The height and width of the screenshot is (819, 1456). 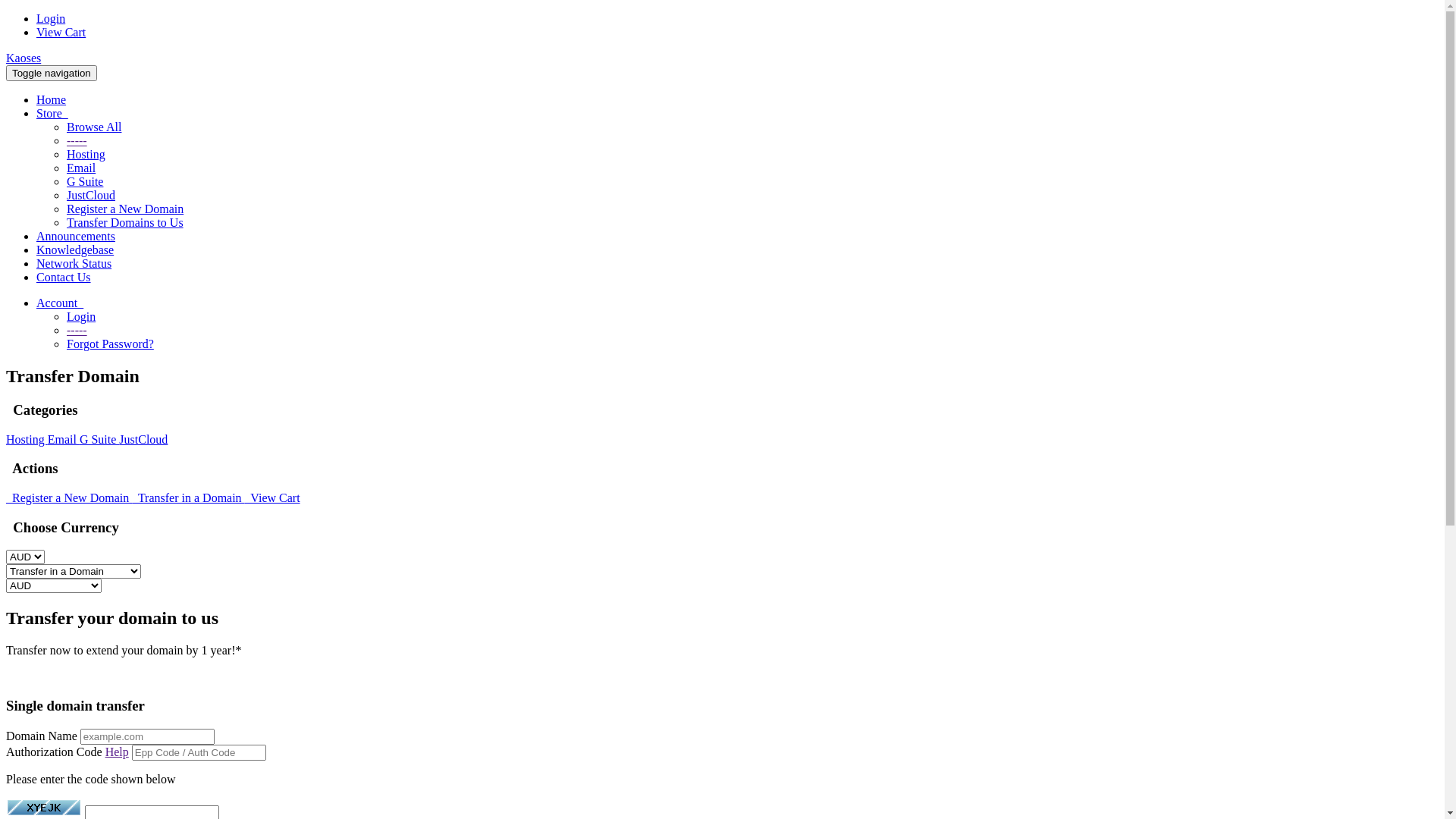 I want to click on 'Store  ', so click(x=52, y=112).